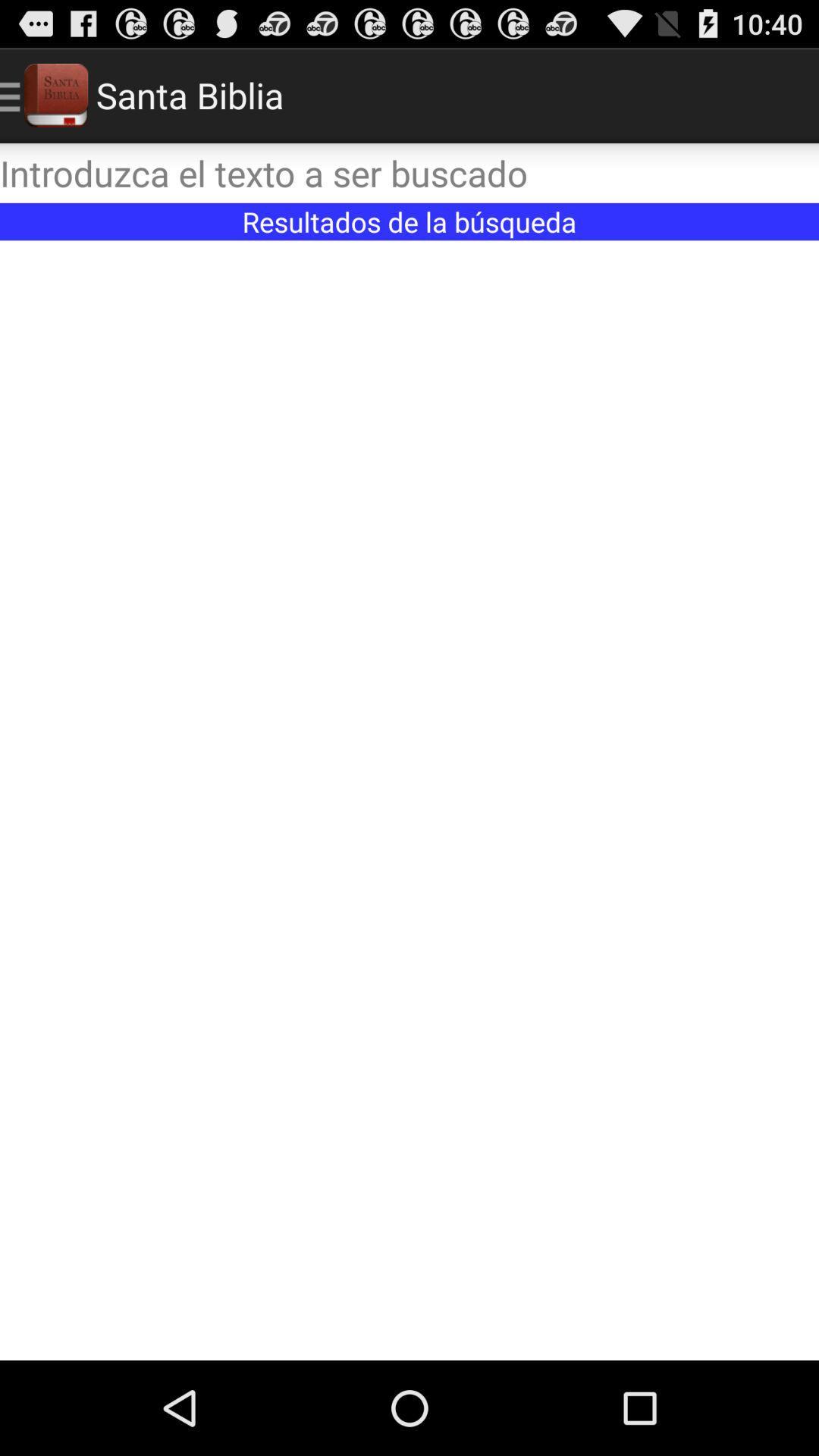 The image size is (819, 1456). I want to click on area, so click(409, 799).